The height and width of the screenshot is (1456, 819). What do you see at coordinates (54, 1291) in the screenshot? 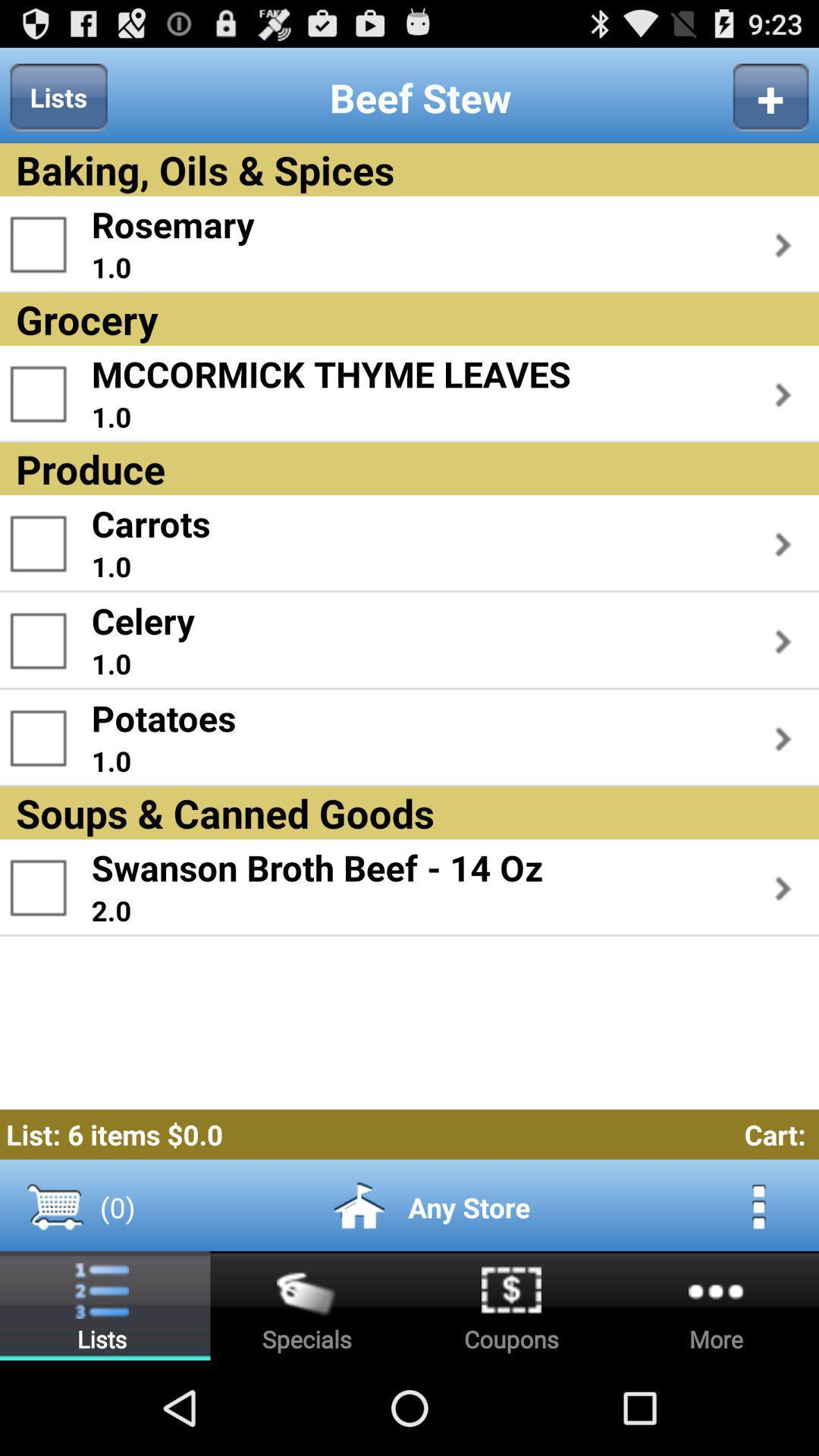
I see `the cart icon` at bounding box center [54, 1291].